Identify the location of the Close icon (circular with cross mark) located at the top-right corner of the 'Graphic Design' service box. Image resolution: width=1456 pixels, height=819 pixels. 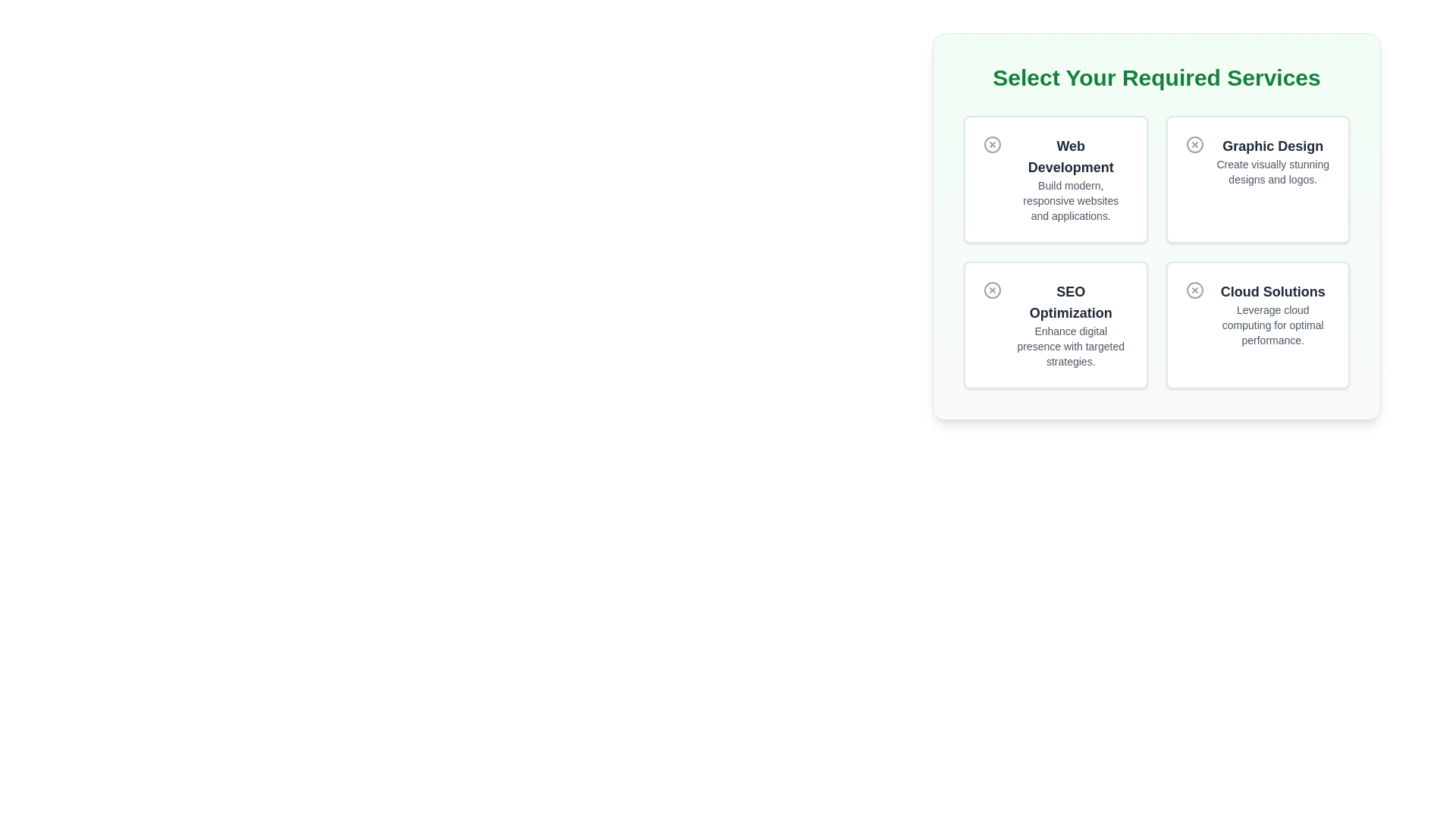
(1194, 145).